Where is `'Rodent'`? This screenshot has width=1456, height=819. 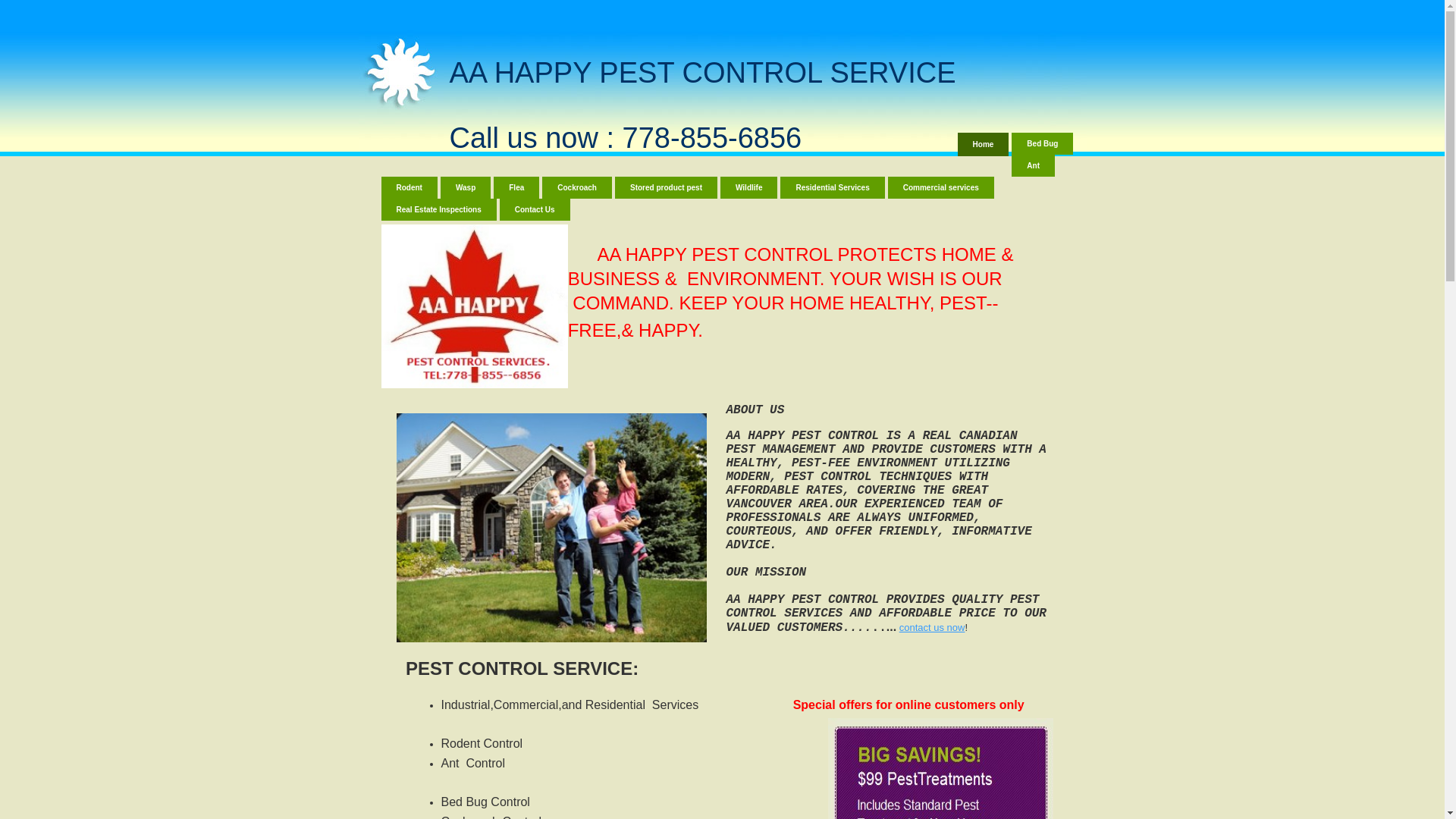
'Rodent' is located at coordinates (381, 187).